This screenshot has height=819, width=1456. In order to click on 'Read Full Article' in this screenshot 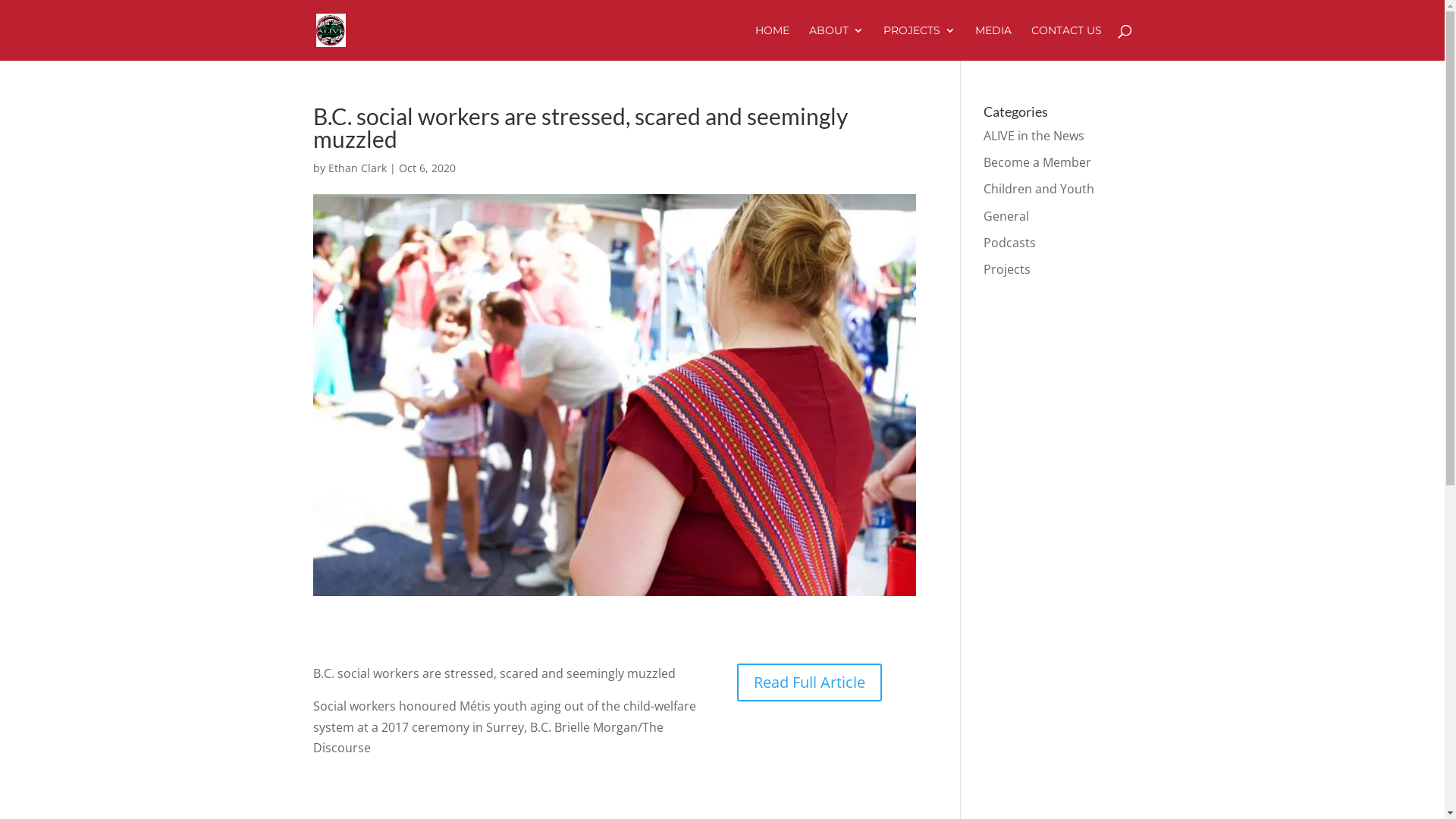, I will do `click(736, 681)`.